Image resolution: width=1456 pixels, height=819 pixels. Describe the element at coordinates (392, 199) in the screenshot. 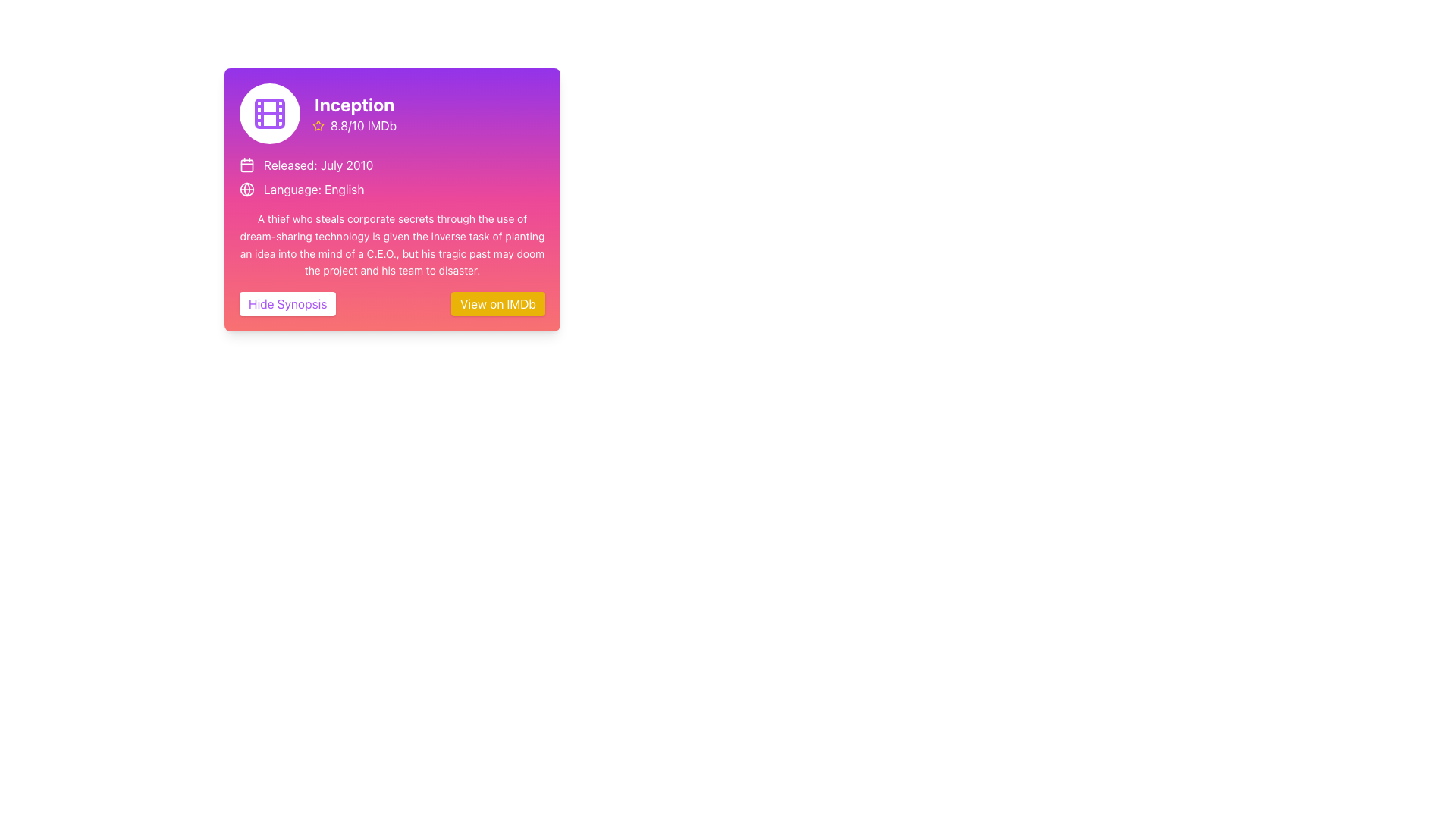

I see `movie details from the Information card located at the center of the modal, below the movie title and rating` at that location.